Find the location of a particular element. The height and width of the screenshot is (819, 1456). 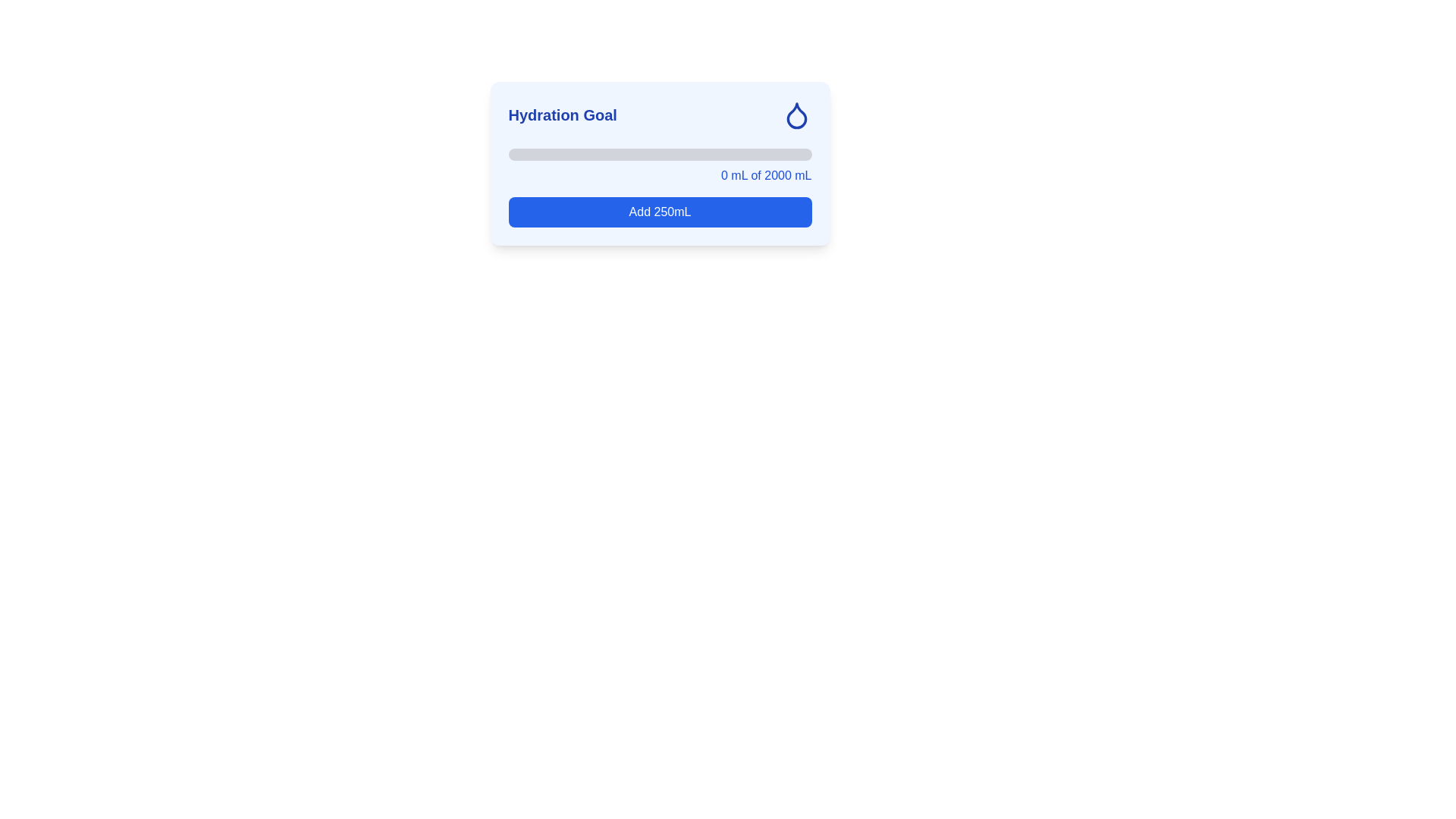

the progress bar indicating hydration goal, which displays '0 mL of 2000 mL' is located at coordinates (660, 166).